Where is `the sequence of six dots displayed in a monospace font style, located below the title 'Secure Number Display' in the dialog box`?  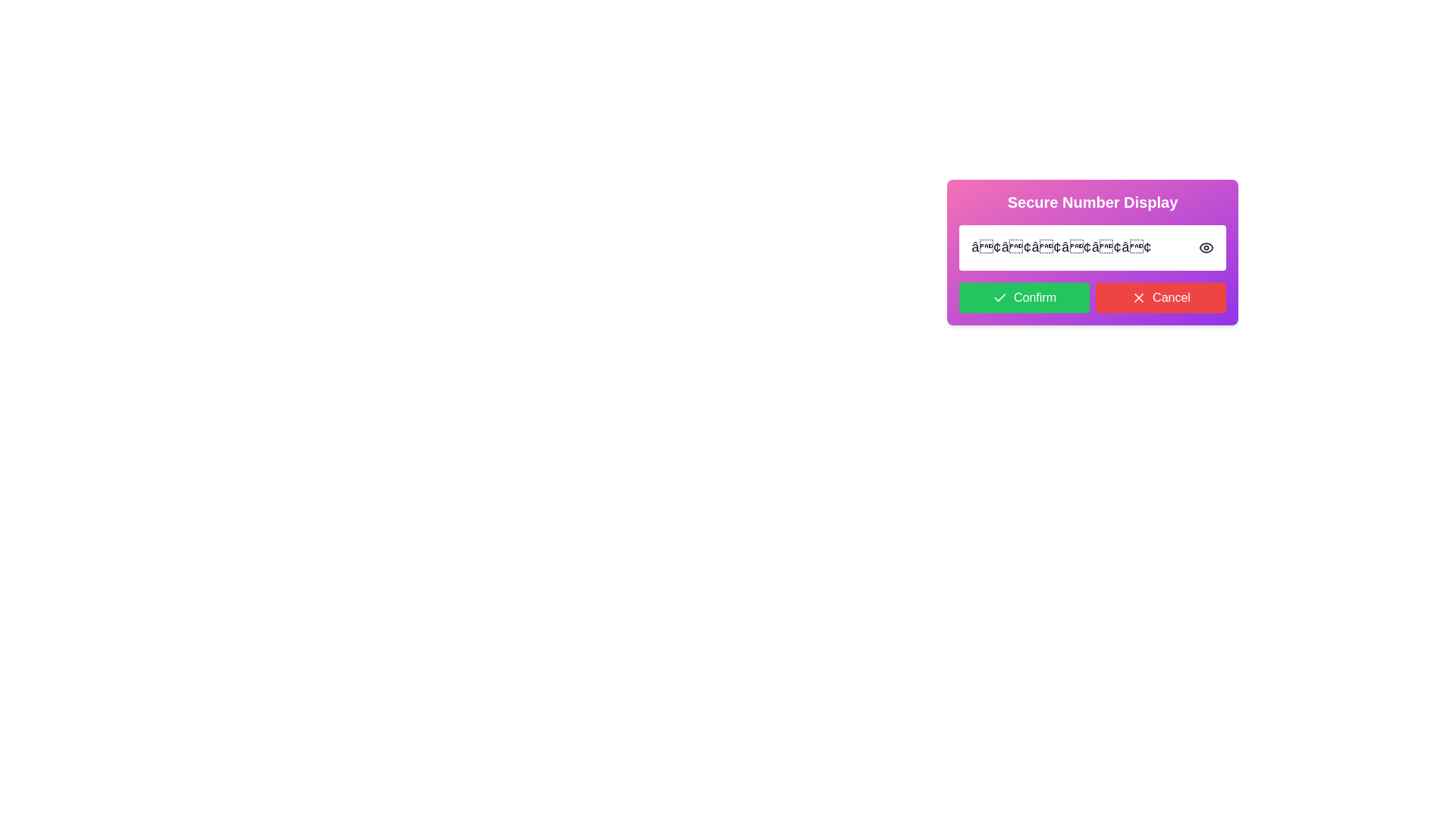
the sequence of six dots displayed in a monospace font style, located below the title 'Secure Number Display' in the dialog box is located at coordinates (1060, 247).